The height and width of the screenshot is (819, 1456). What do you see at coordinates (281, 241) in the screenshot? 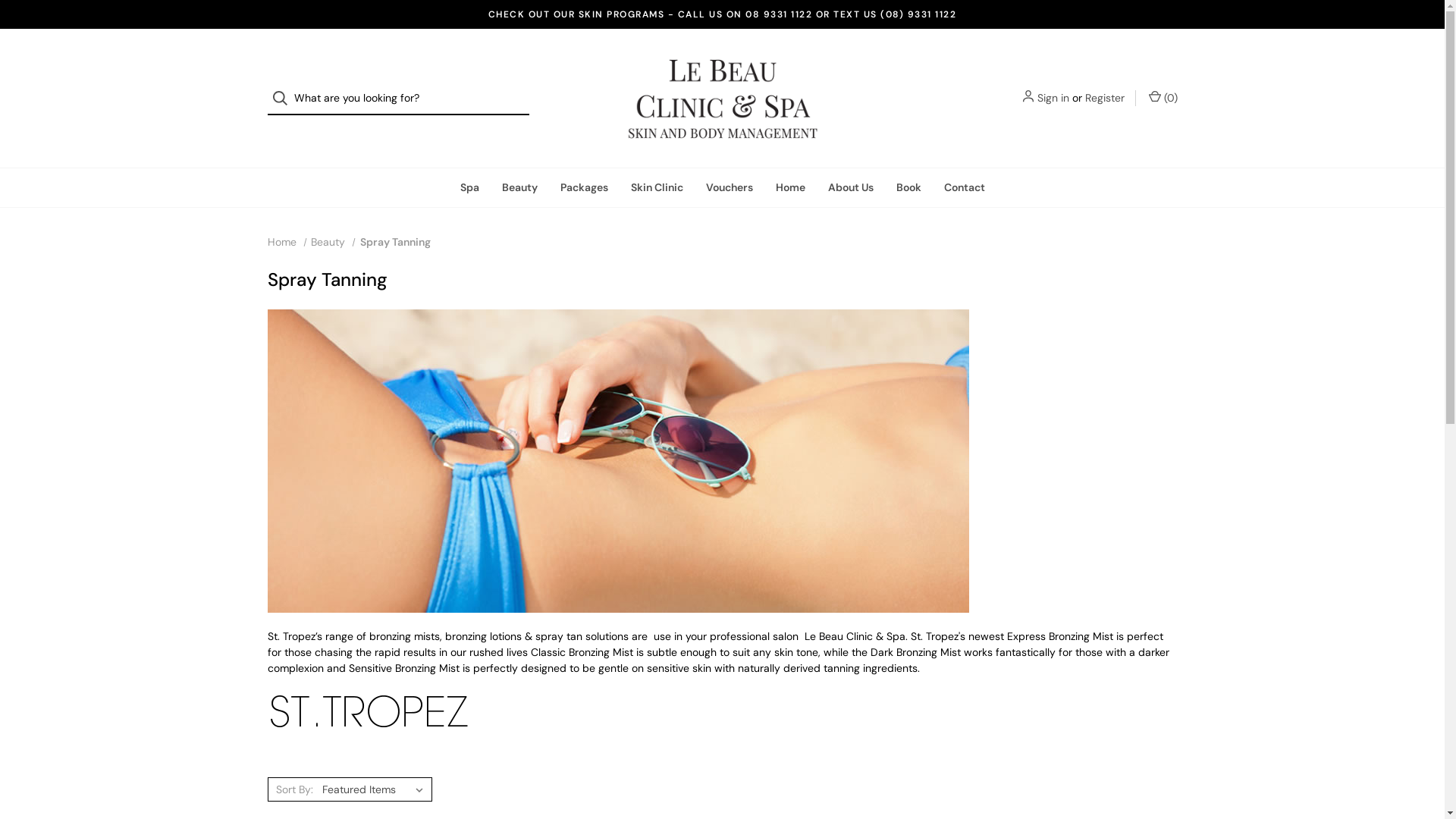
I see `'Home'` at bounding box center [281, 241].